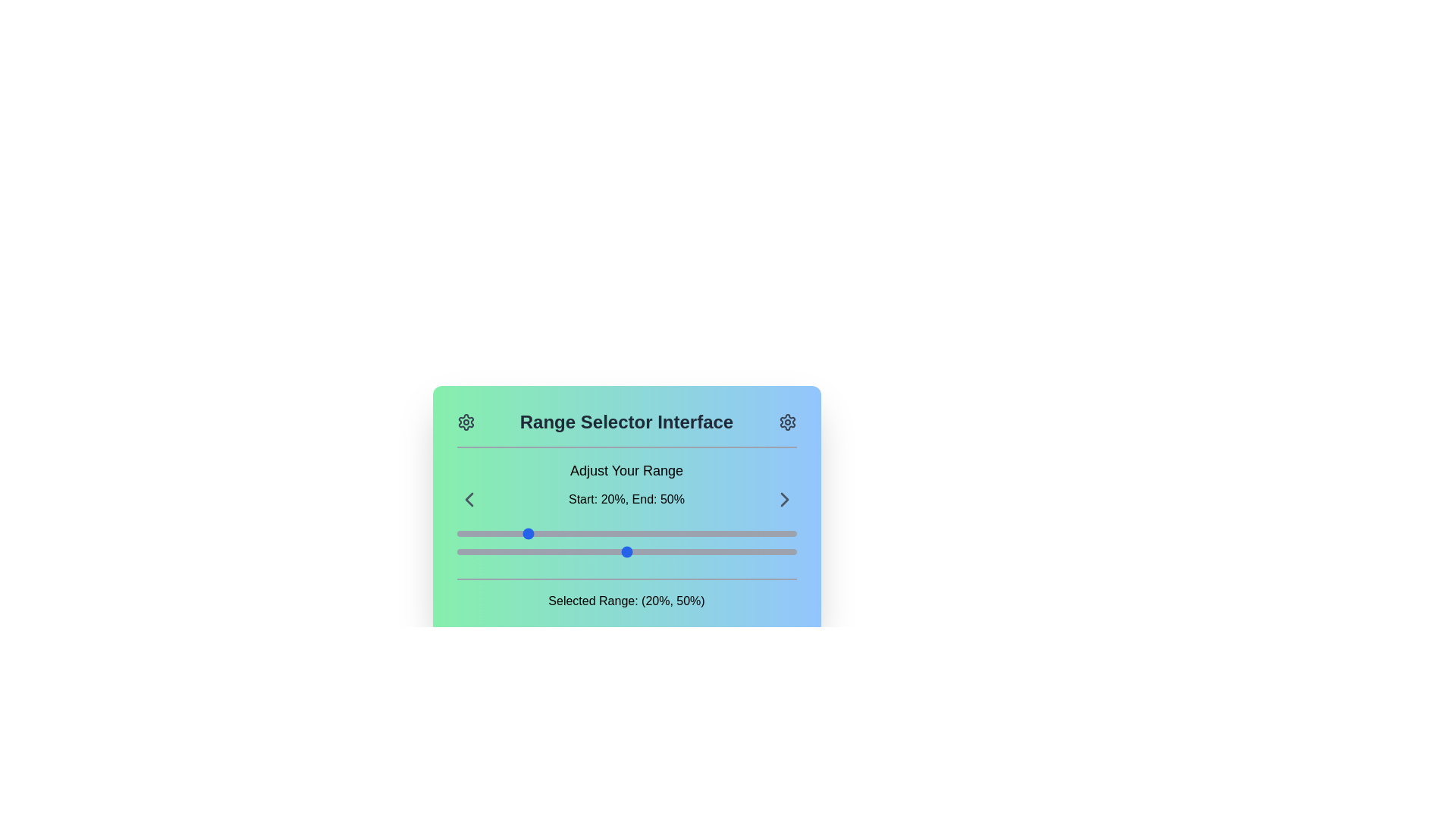 This screenshot has width=1456, height=819. I want to click on the slider, so click(602, 533).